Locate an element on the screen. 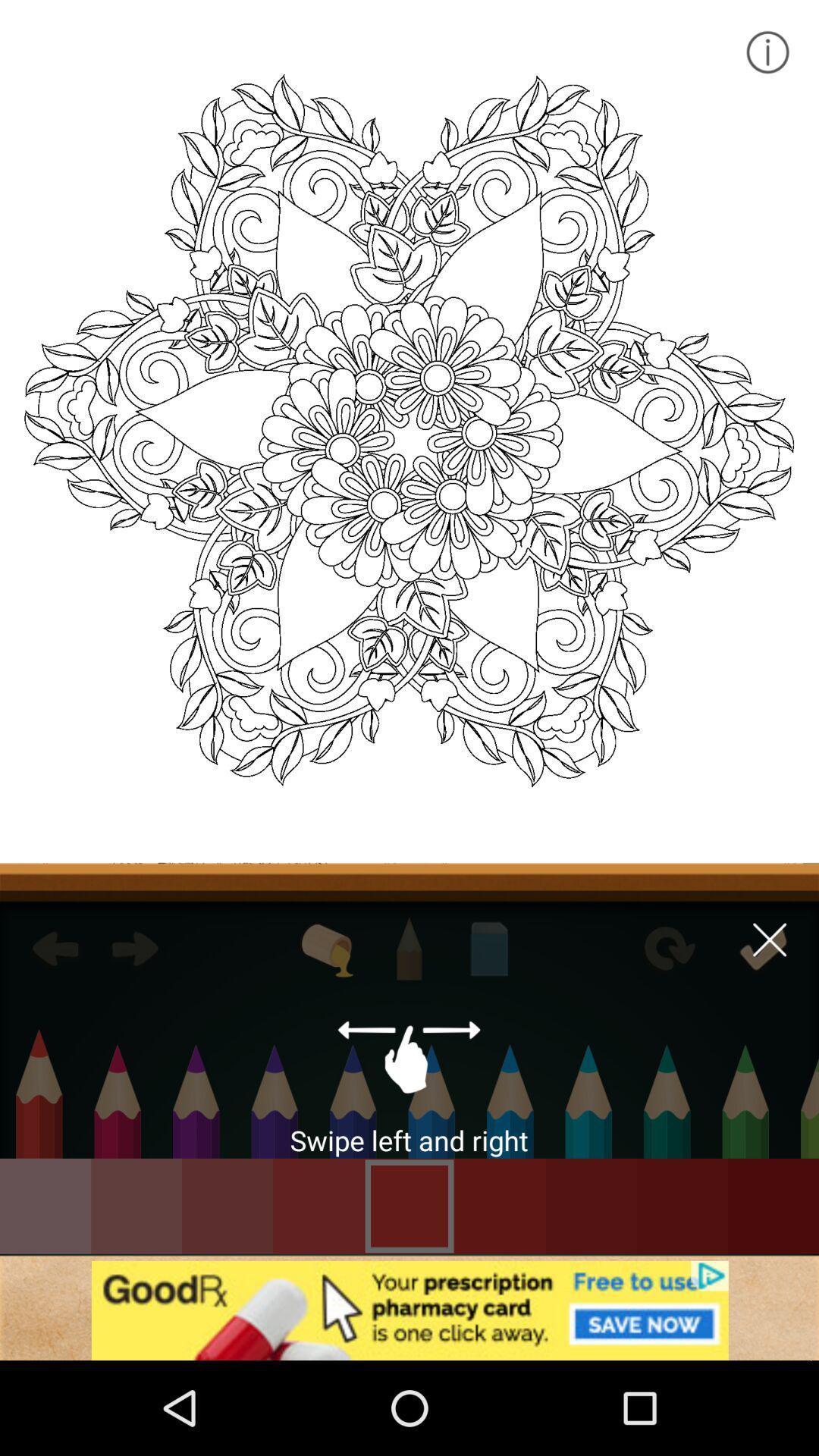 The width and height of the screenshot is (819, 1456). the info icon is located at coordinates (767, 52).